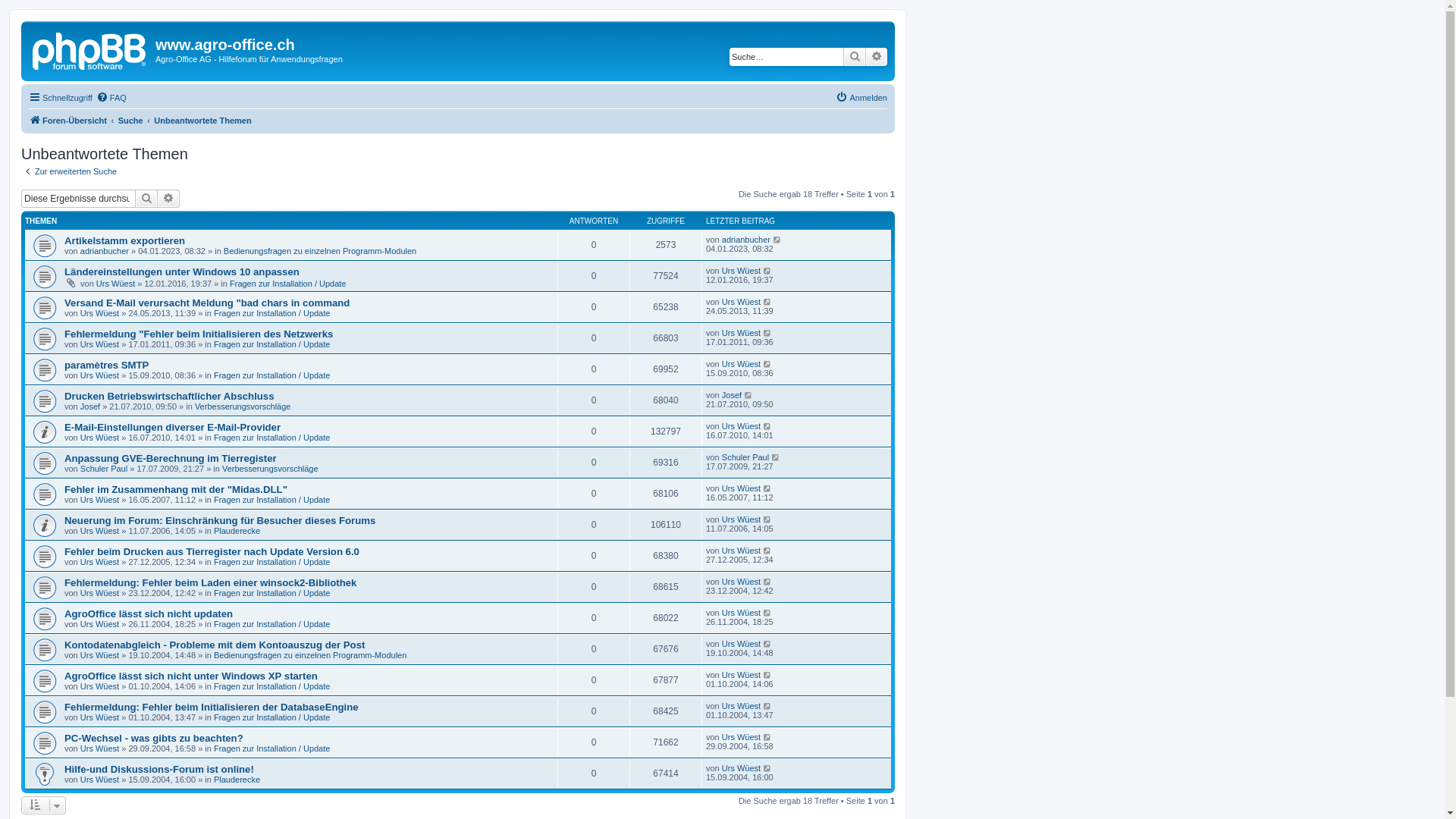  I want to click on 'Fehlermeldung: Fehler beim Laden einer winsock2-Bibliothek', so click(209, 582).